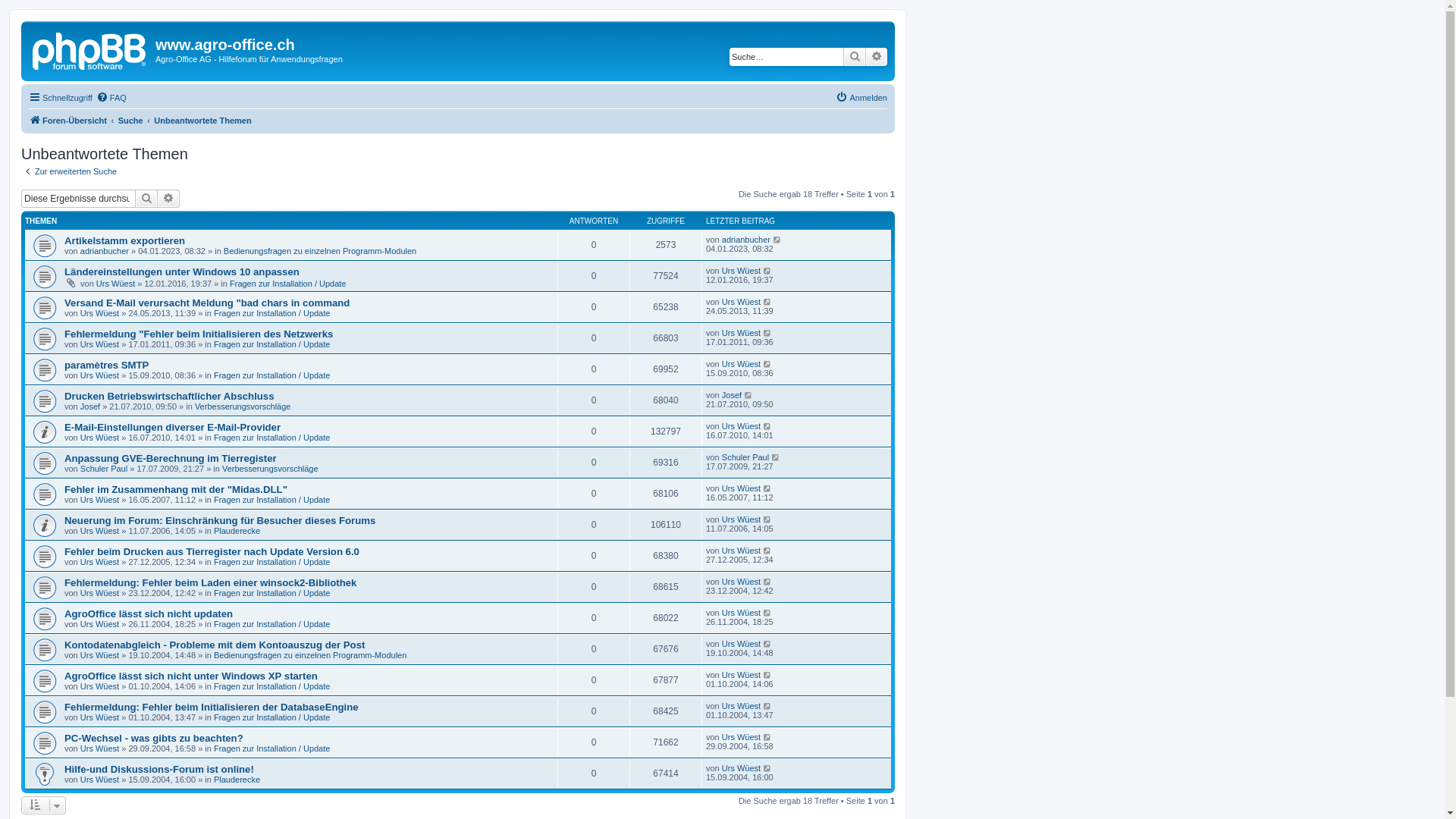  I want to click on 'Fehlermeldung: Fehler beim Laden einer winsock2-Bibliothek', so click(209, 582).